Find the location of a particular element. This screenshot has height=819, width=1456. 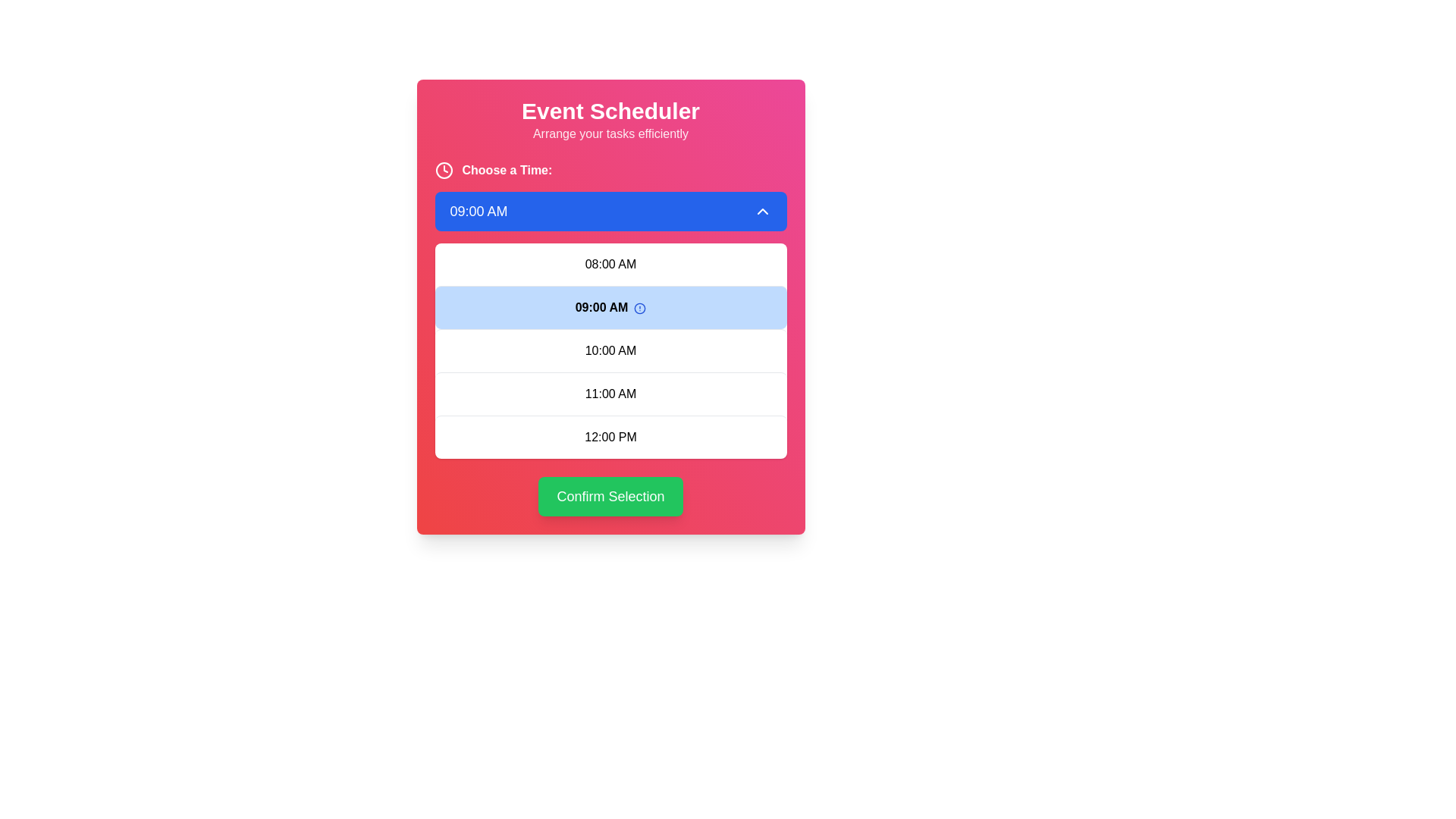

the dropdown menu below the blue dropdown labeled '09:00 AM' in the 'Choose a Time:' section is located at coordinates (610, 350).